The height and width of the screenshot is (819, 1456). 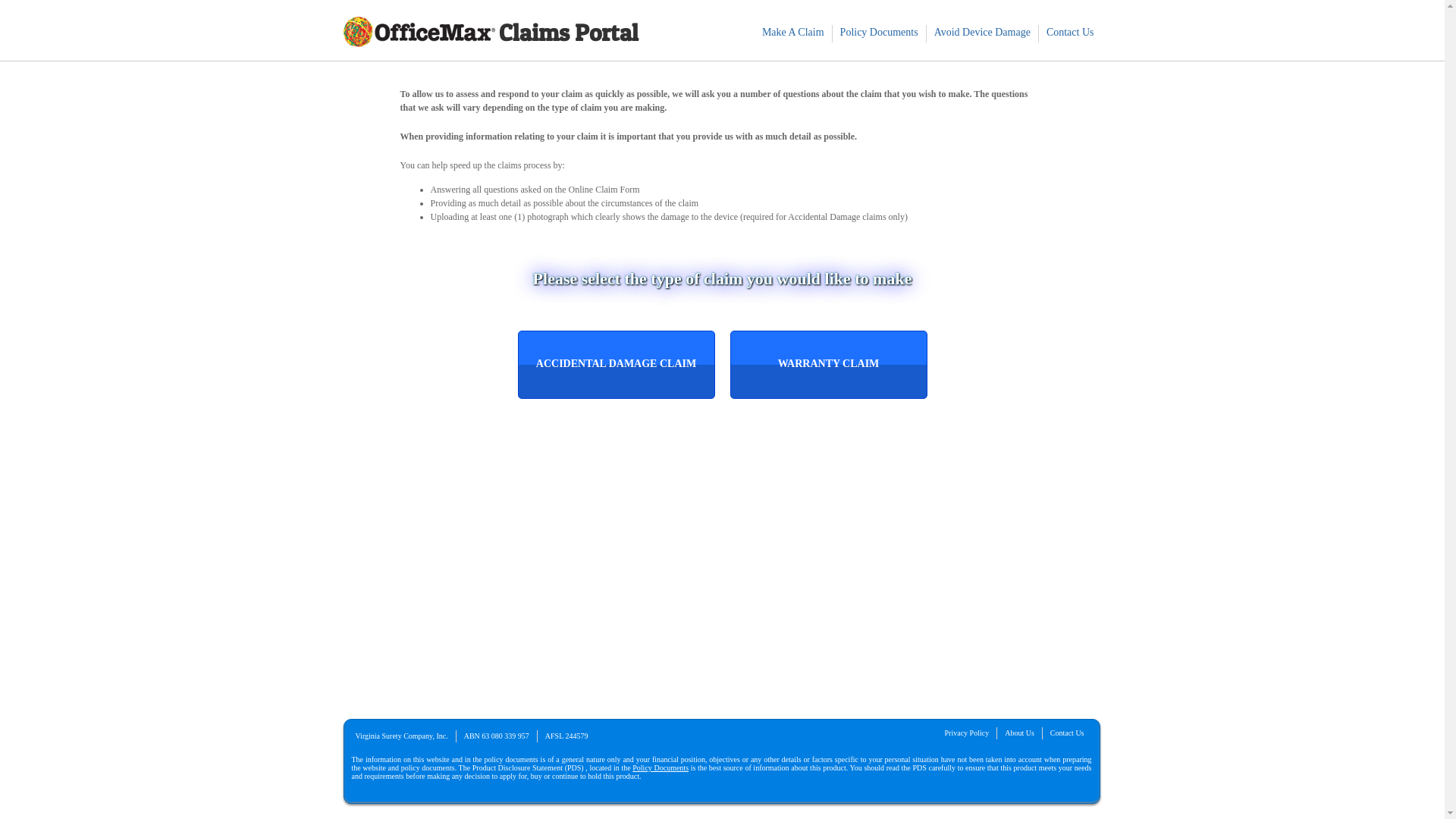 I want to click on 'Accidental Damage Claim', so click(x=615, y=365).